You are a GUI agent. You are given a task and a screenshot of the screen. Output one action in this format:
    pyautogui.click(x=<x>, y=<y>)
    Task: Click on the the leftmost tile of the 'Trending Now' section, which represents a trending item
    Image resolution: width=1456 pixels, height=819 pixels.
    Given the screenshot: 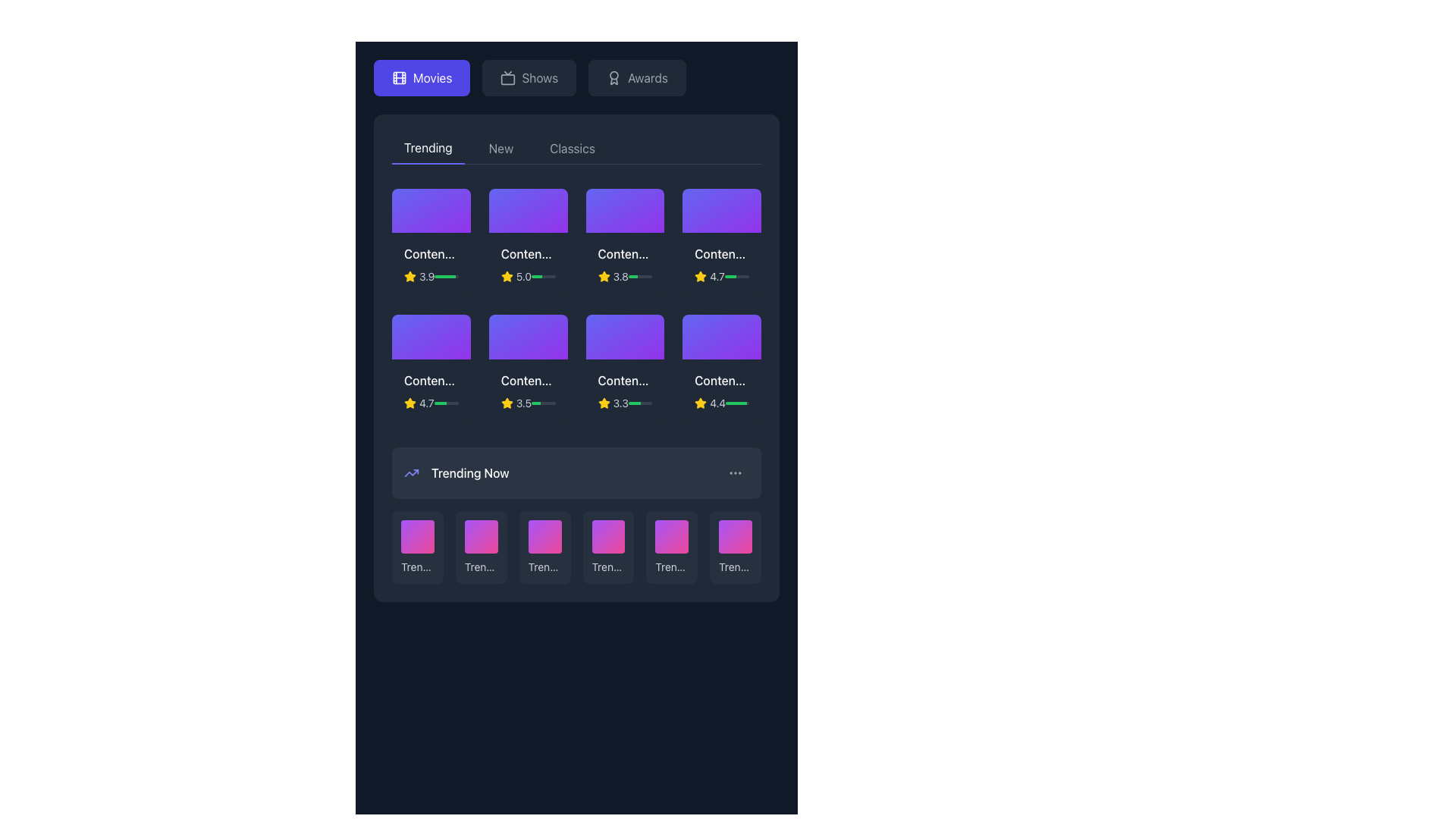 What is the action you would take?
    pyautogui.click(x=417, y=547)
    